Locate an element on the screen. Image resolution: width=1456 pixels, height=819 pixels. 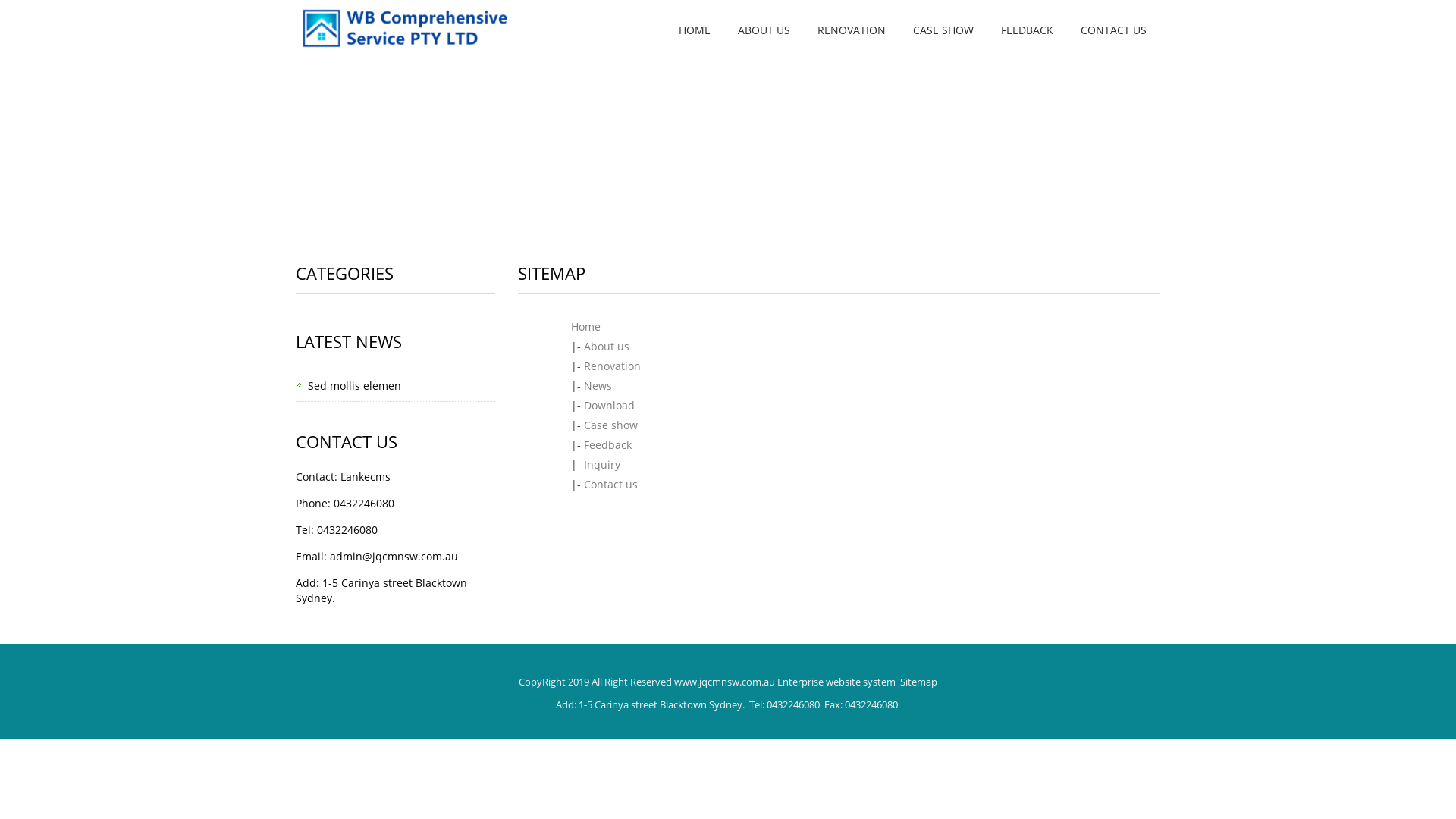
'CONTACT US' is located at coordinates (1113, 30).